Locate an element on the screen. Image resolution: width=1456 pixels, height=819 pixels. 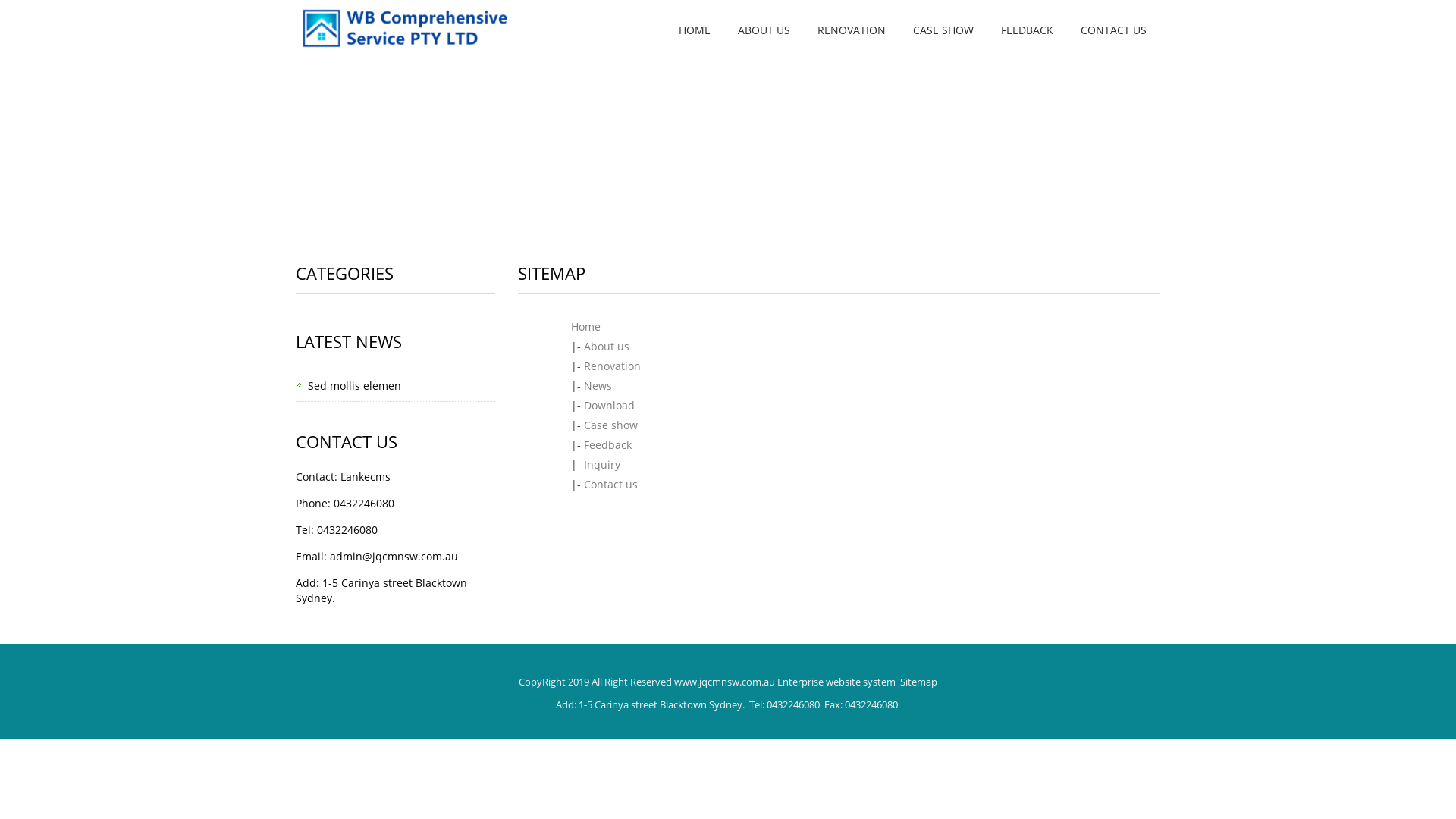
'CONTACT US' is located at coordinates (1113, 30).